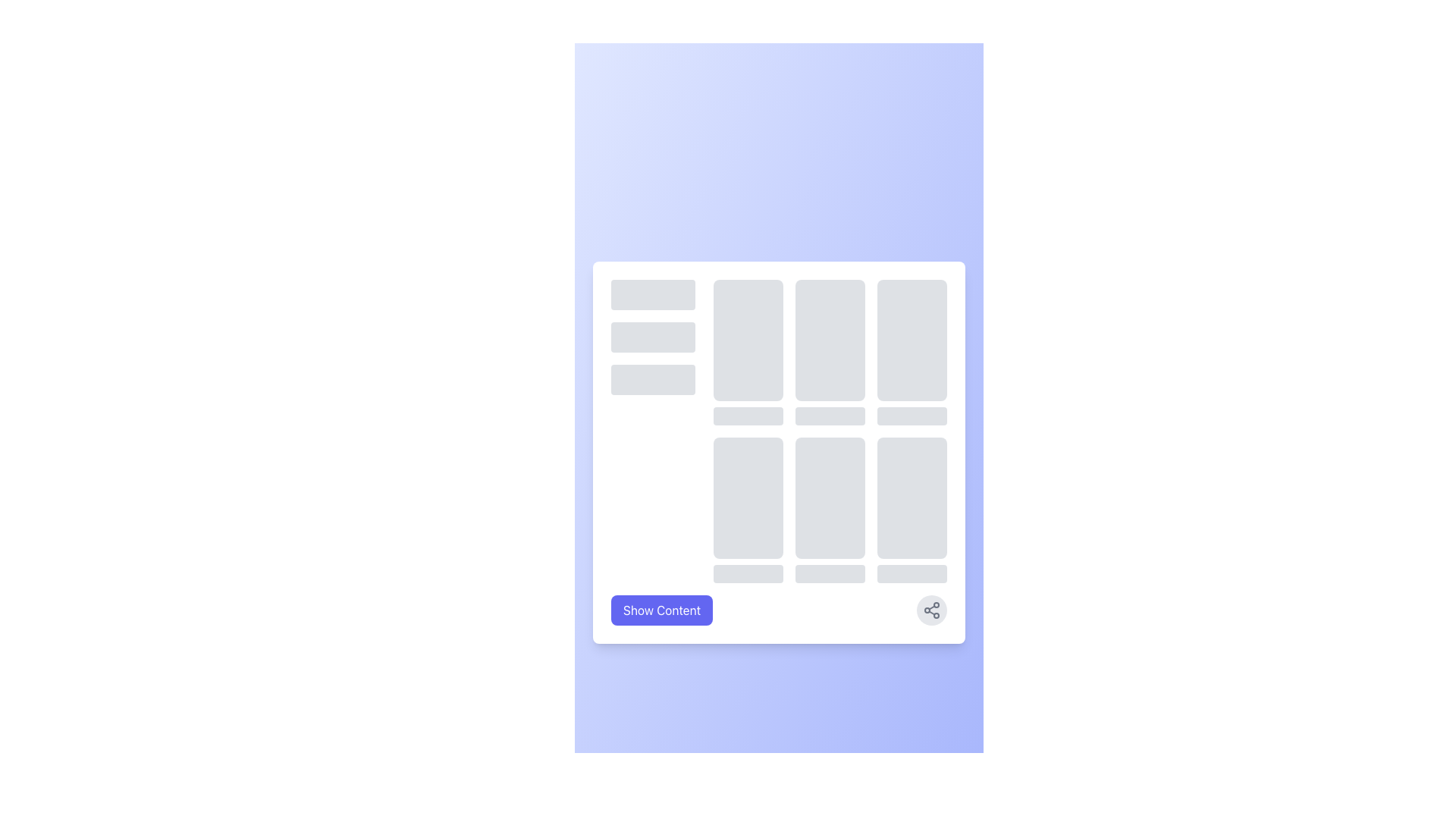  What do you see at coordinates (748, 510) in the screenshot?
I see `the fourth column item within the second row of the grid` at bounding box center [748, 510].